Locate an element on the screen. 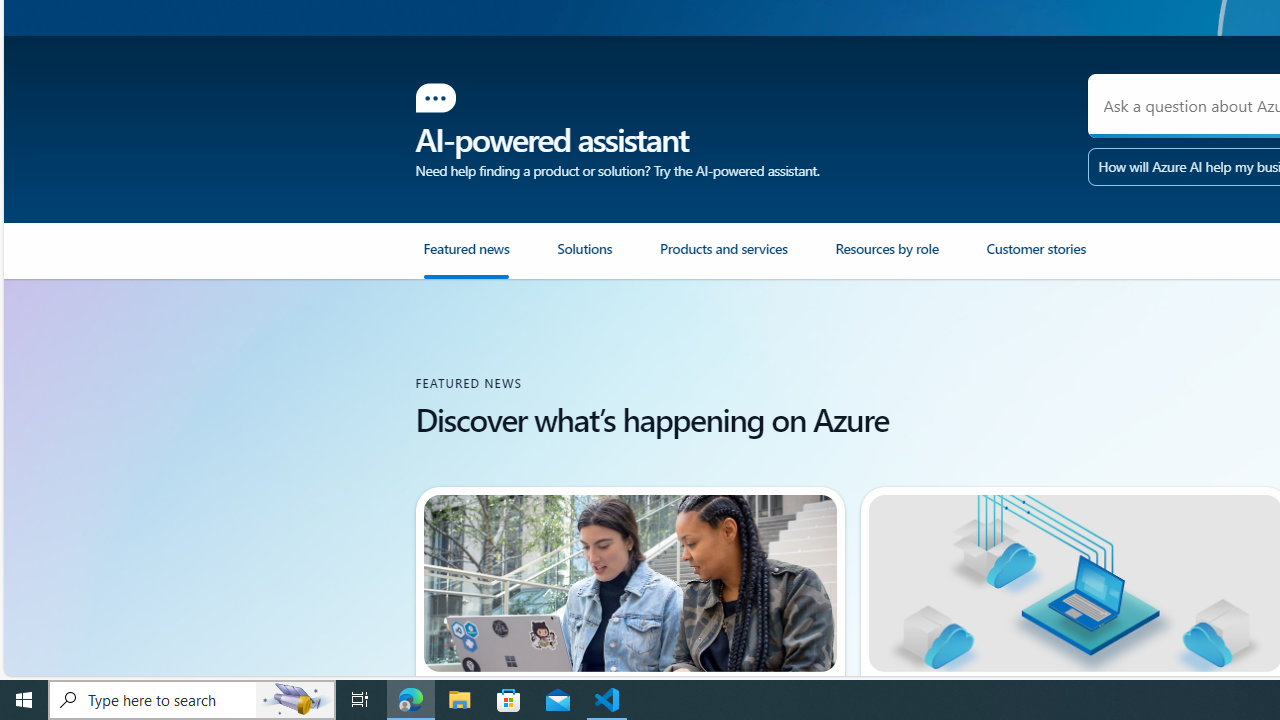  'Resources by role' is located at coordinates (909, 258).